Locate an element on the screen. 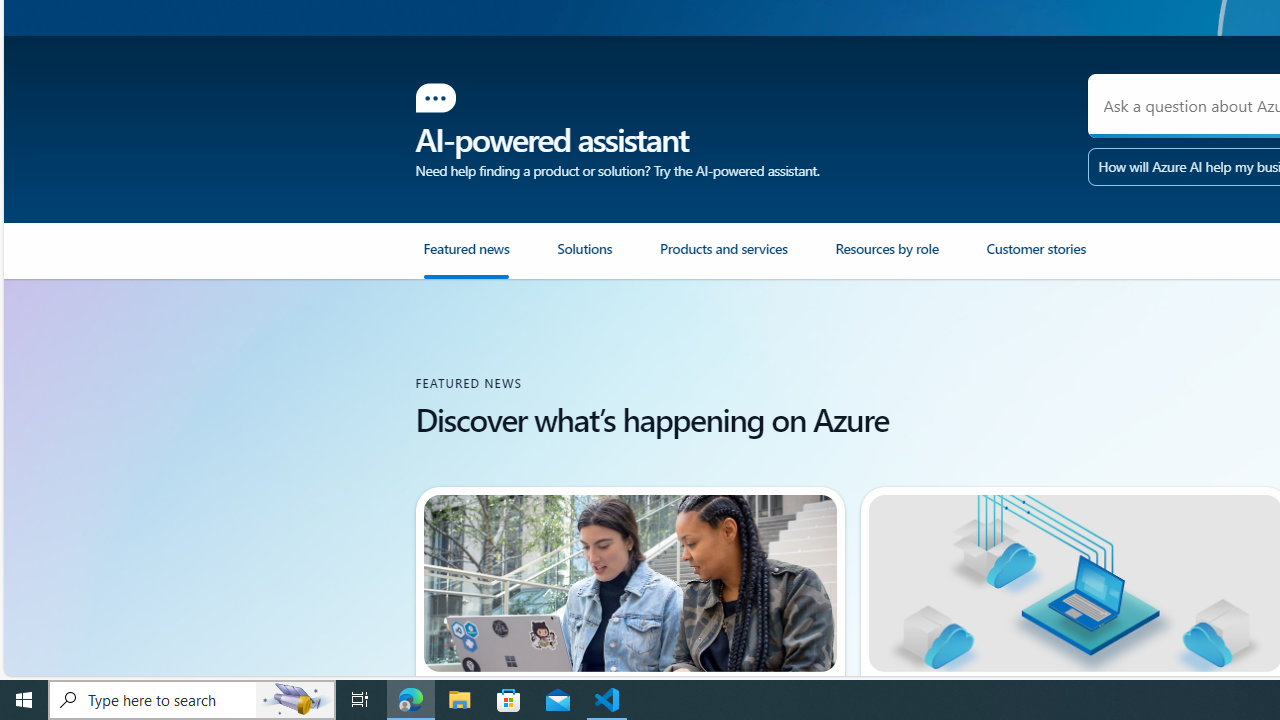  'Resources by role' is located at coordinates (909, 258).